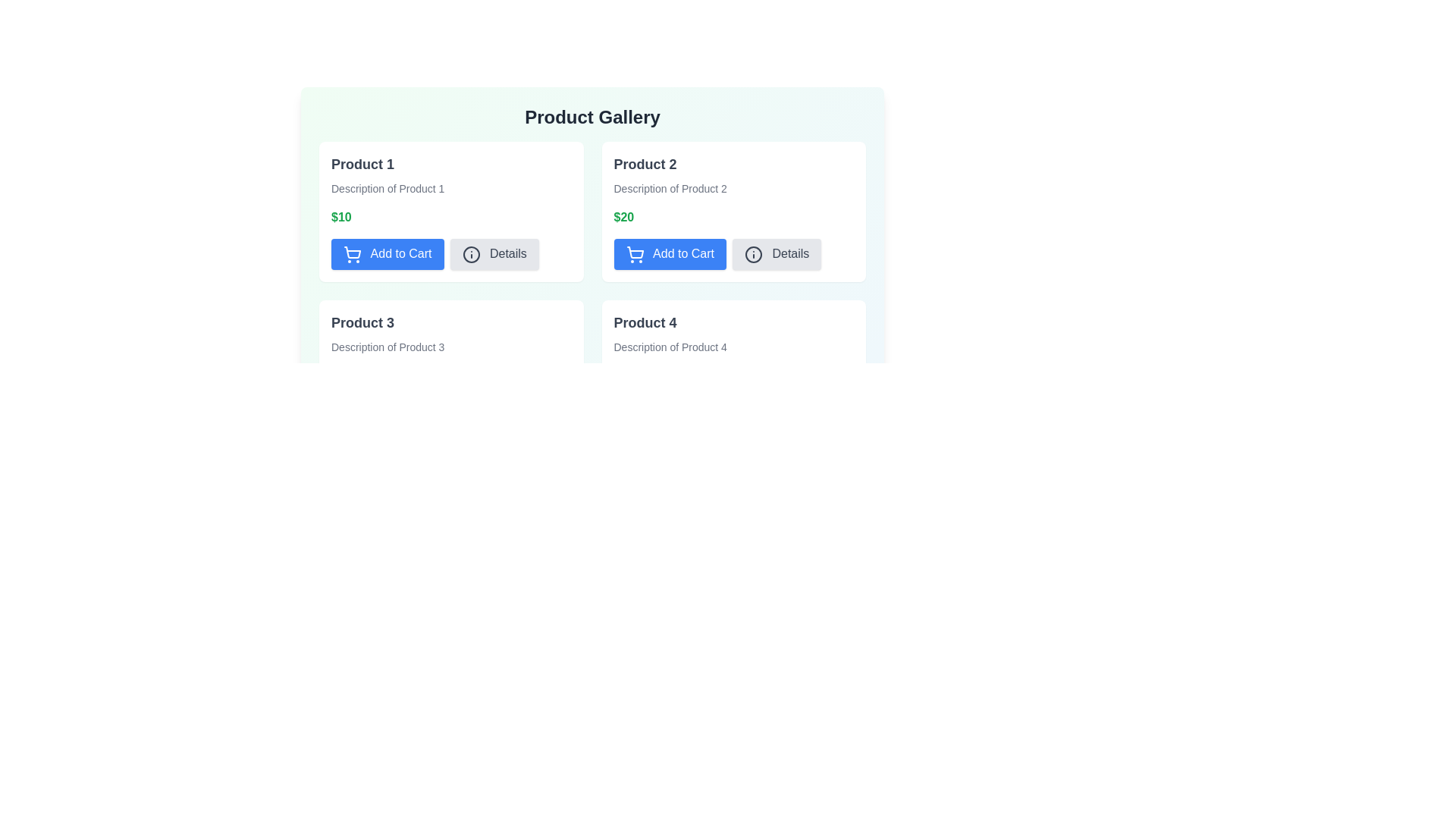 The height and width of the screenshot is (819, 1456). What do you see at coordinates (470, 253) in the screenshot?
I see `the Circle element that serves as a decorative or informational outline for the detail-related action icon within the 'Product 2' card, which is centrally positioned in the card's details section` at bounding box center [470, 253].